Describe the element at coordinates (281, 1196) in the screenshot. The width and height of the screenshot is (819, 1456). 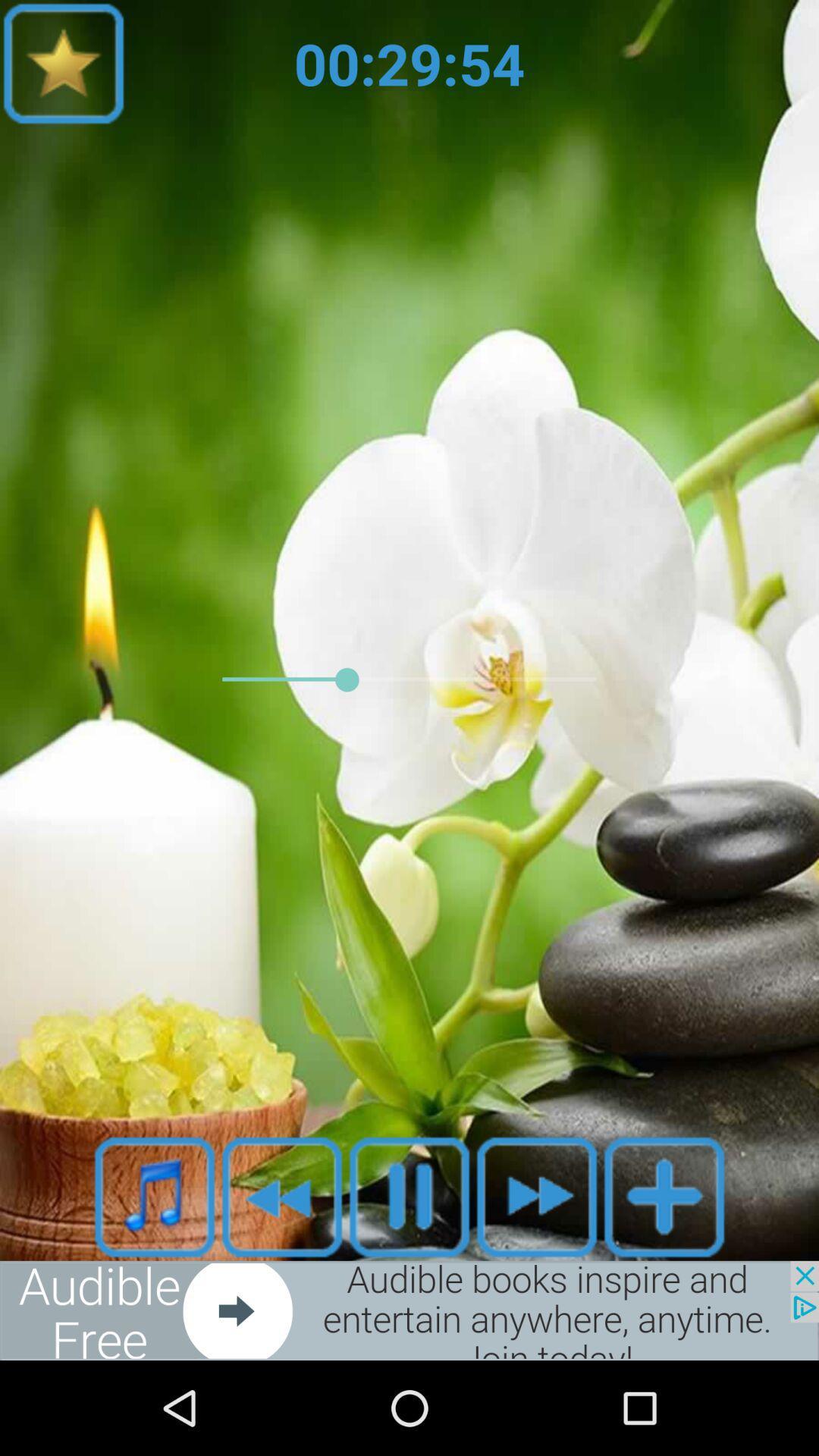
I see `rewind` at that location.